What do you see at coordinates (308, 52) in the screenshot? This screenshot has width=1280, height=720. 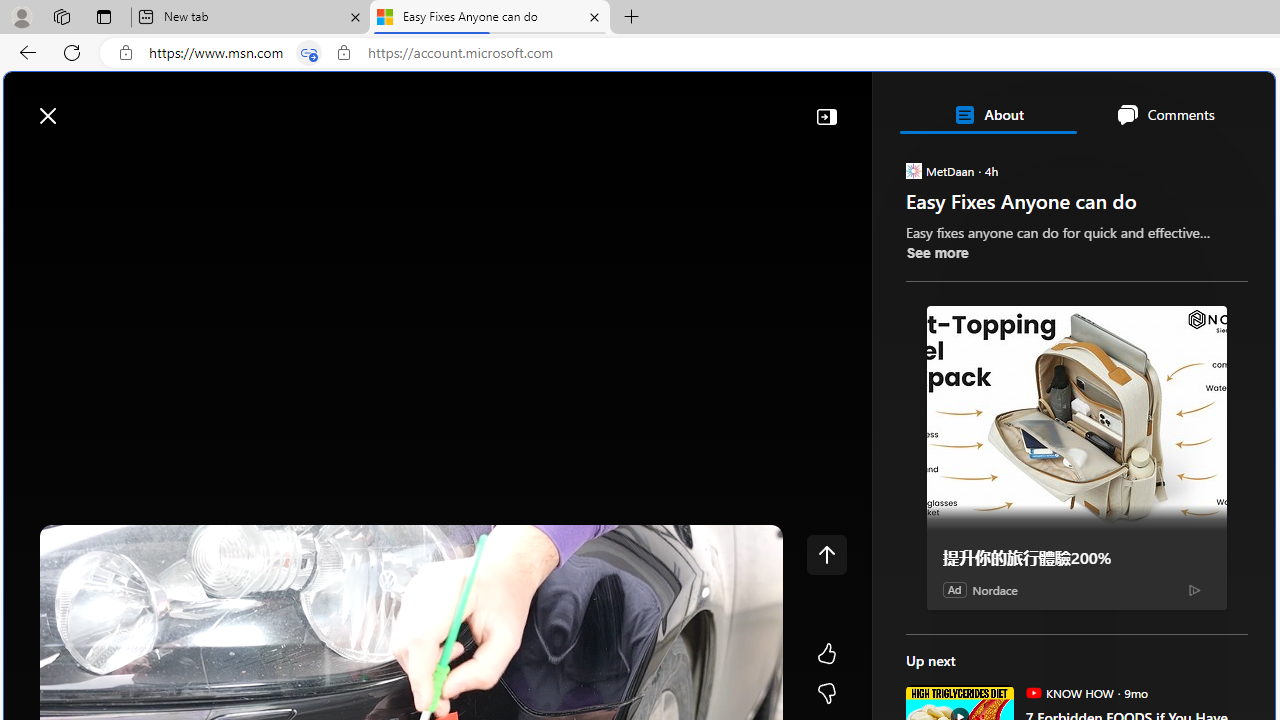 I see `'Tabs in split screen'` at bounding box center [308, 52].